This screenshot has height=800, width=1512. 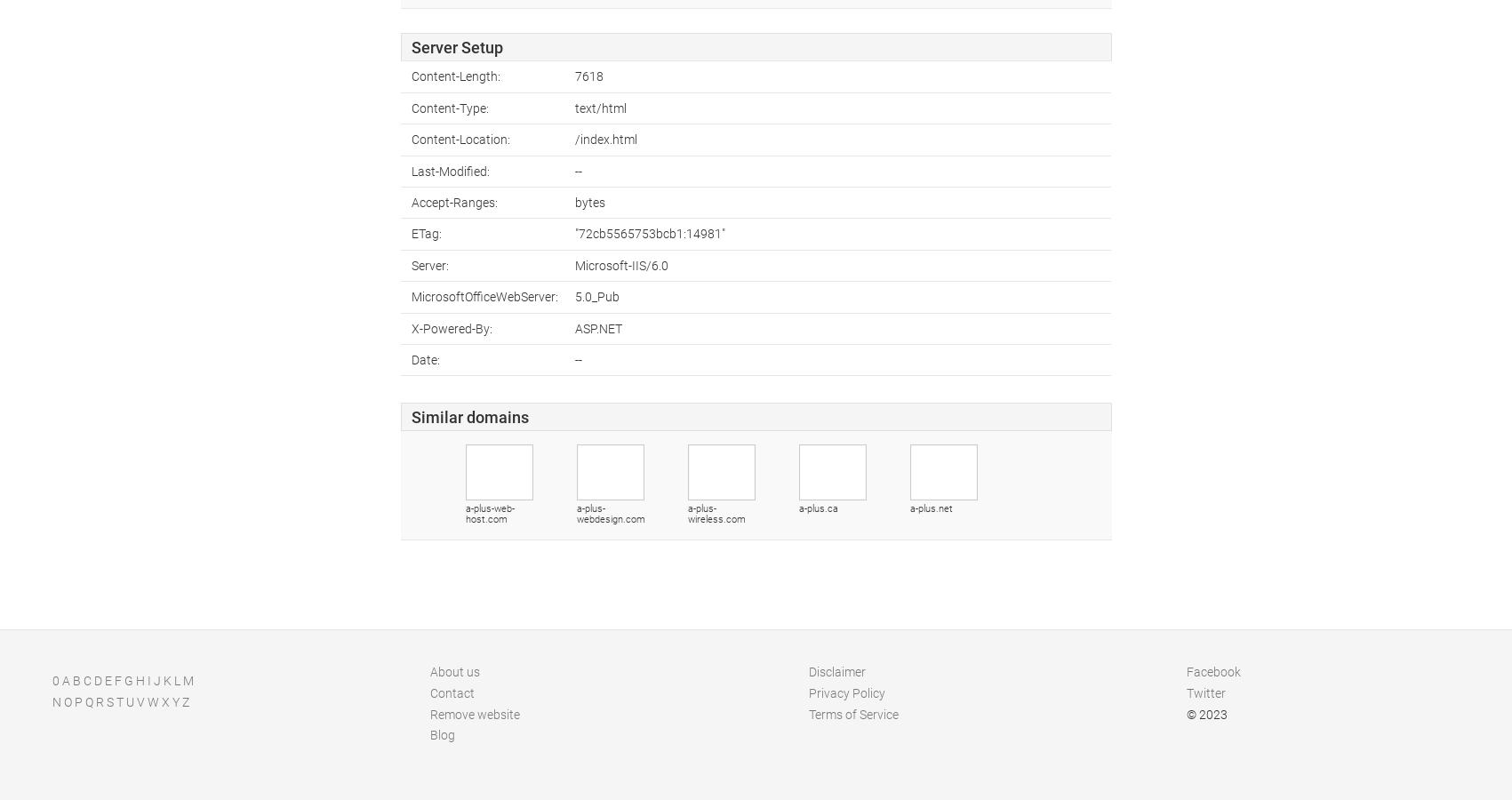 What do you see at coordinates (55, 679) in the screenshot?
I see `'0'` at bounding box center [55, 679].